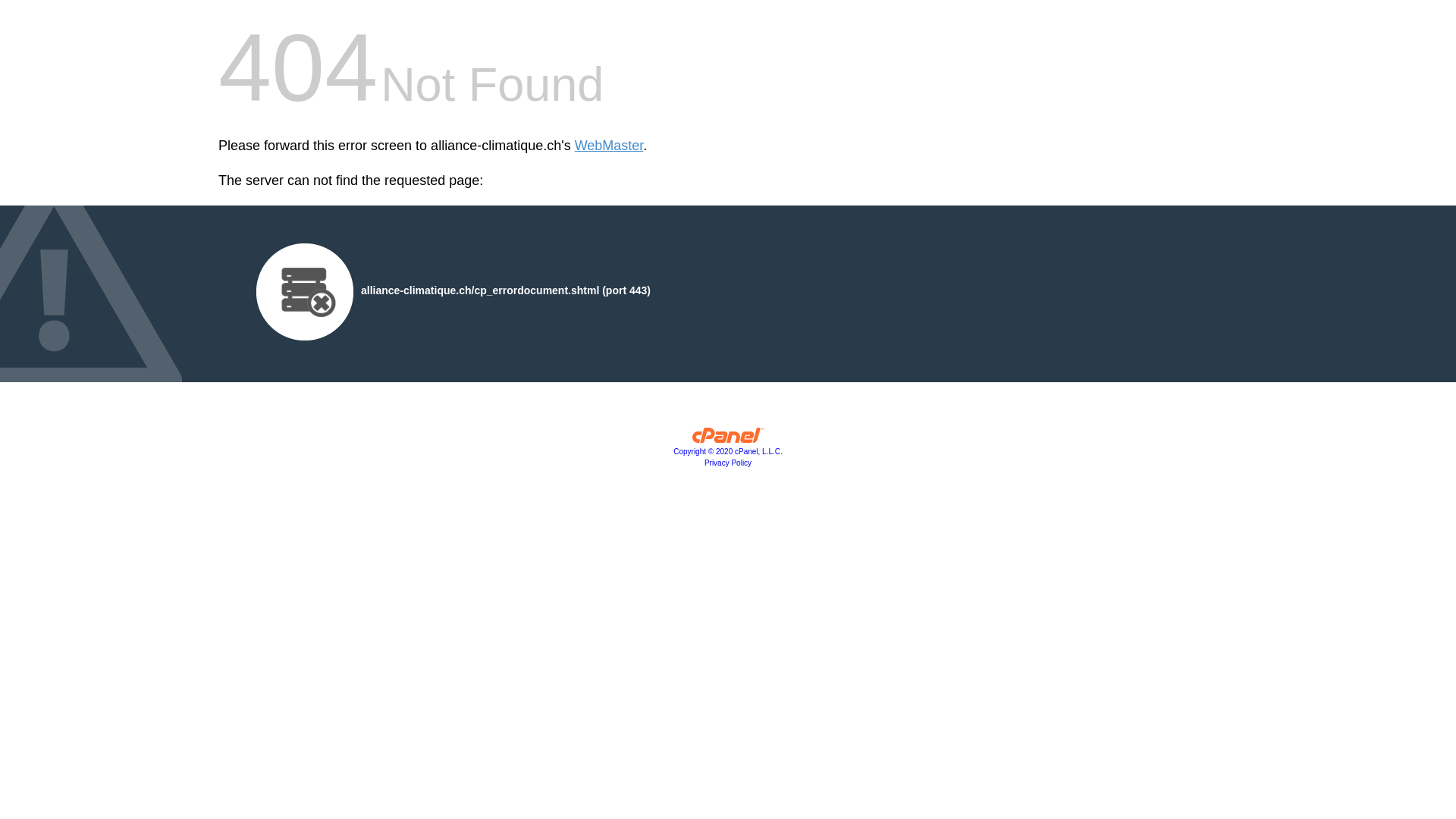  What do you see at coordinates (574, 146) in the screenshot?
I see `'WebMaster'` at bounding box center [574, 146].